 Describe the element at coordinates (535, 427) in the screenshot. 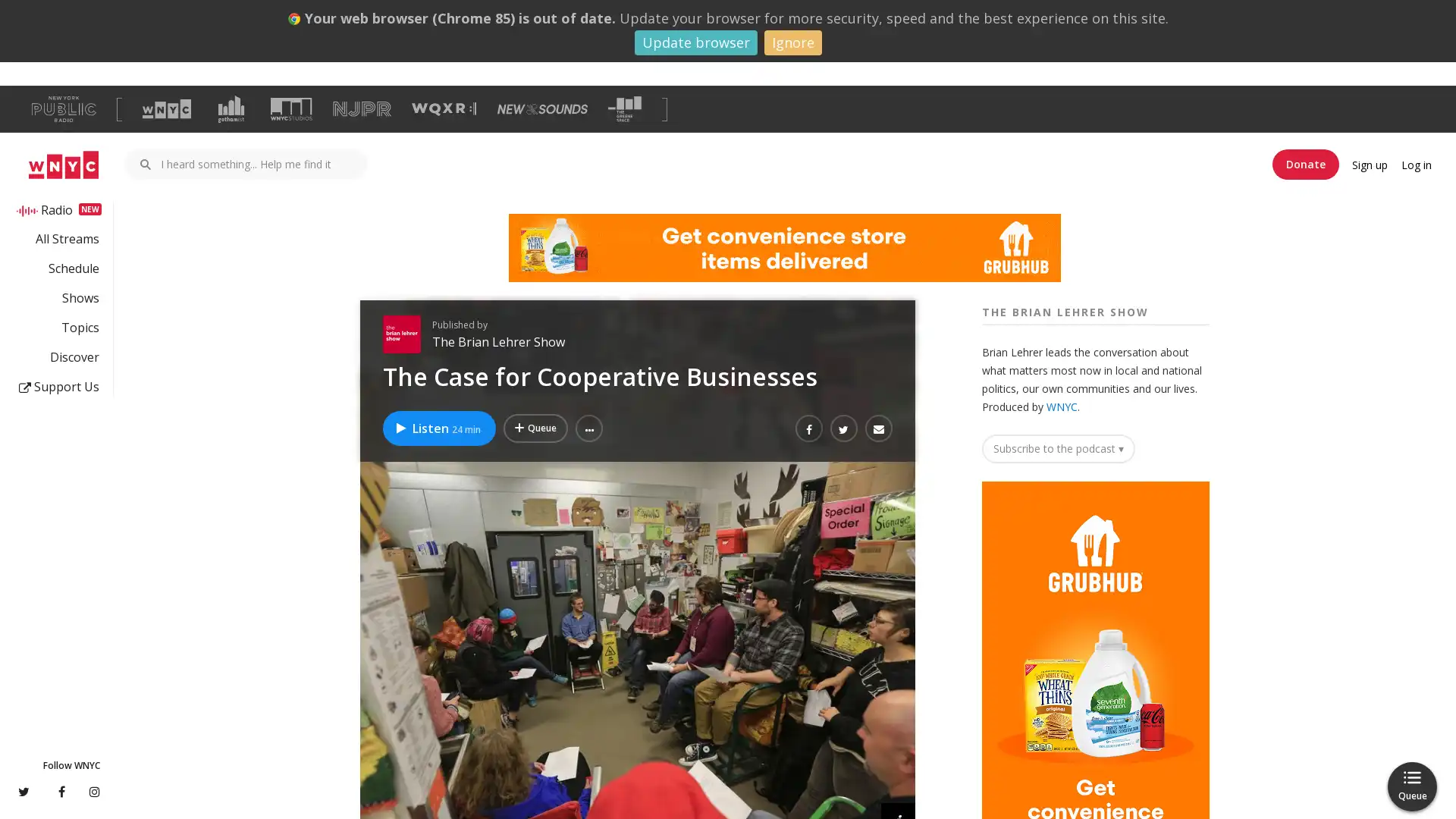

I see `Add The Case for Cooperative Businesses to Your Queue` at that location.